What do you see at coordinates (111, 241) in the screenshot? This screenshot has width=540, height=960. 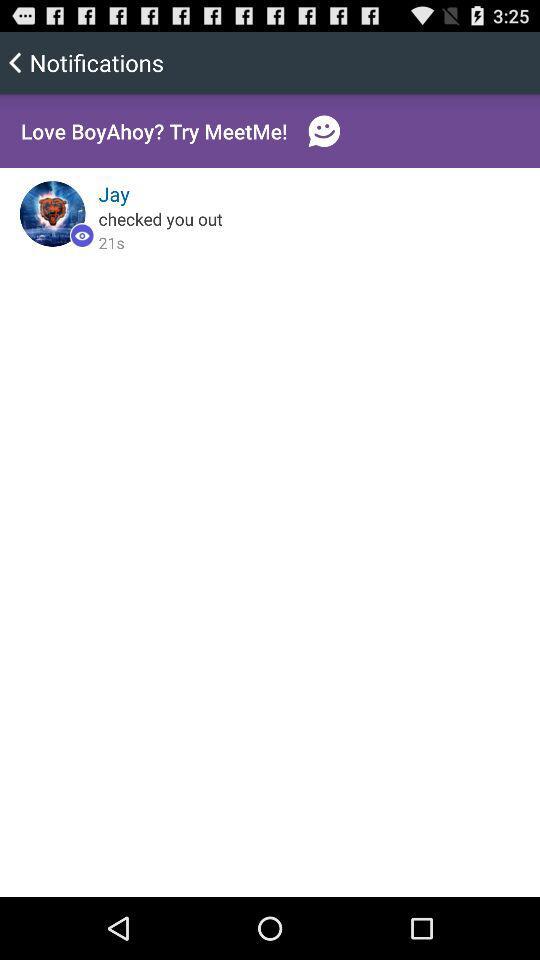 I see `the 21s app` at bounding box center [111, 241].